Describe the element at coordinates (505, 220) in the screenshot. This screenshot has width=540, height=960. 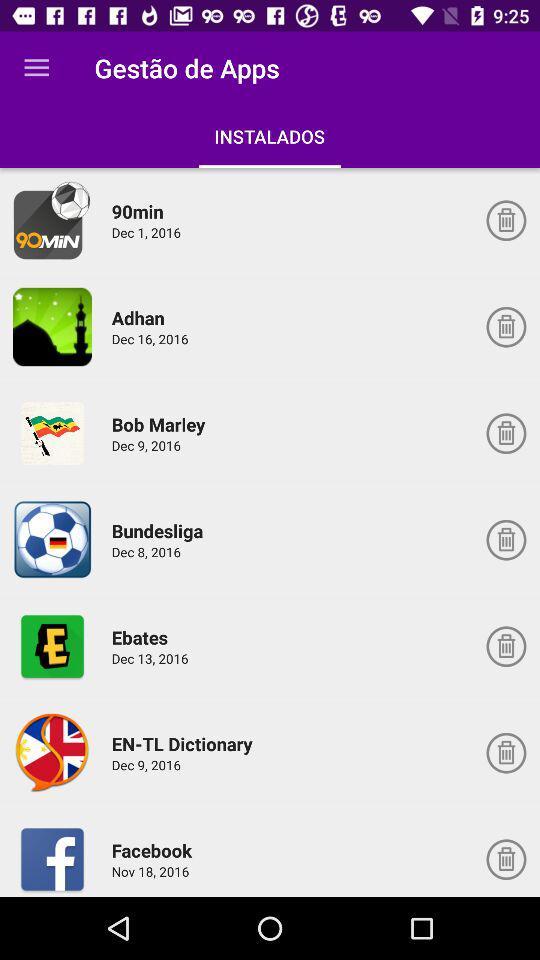
I see `delete` at that location.